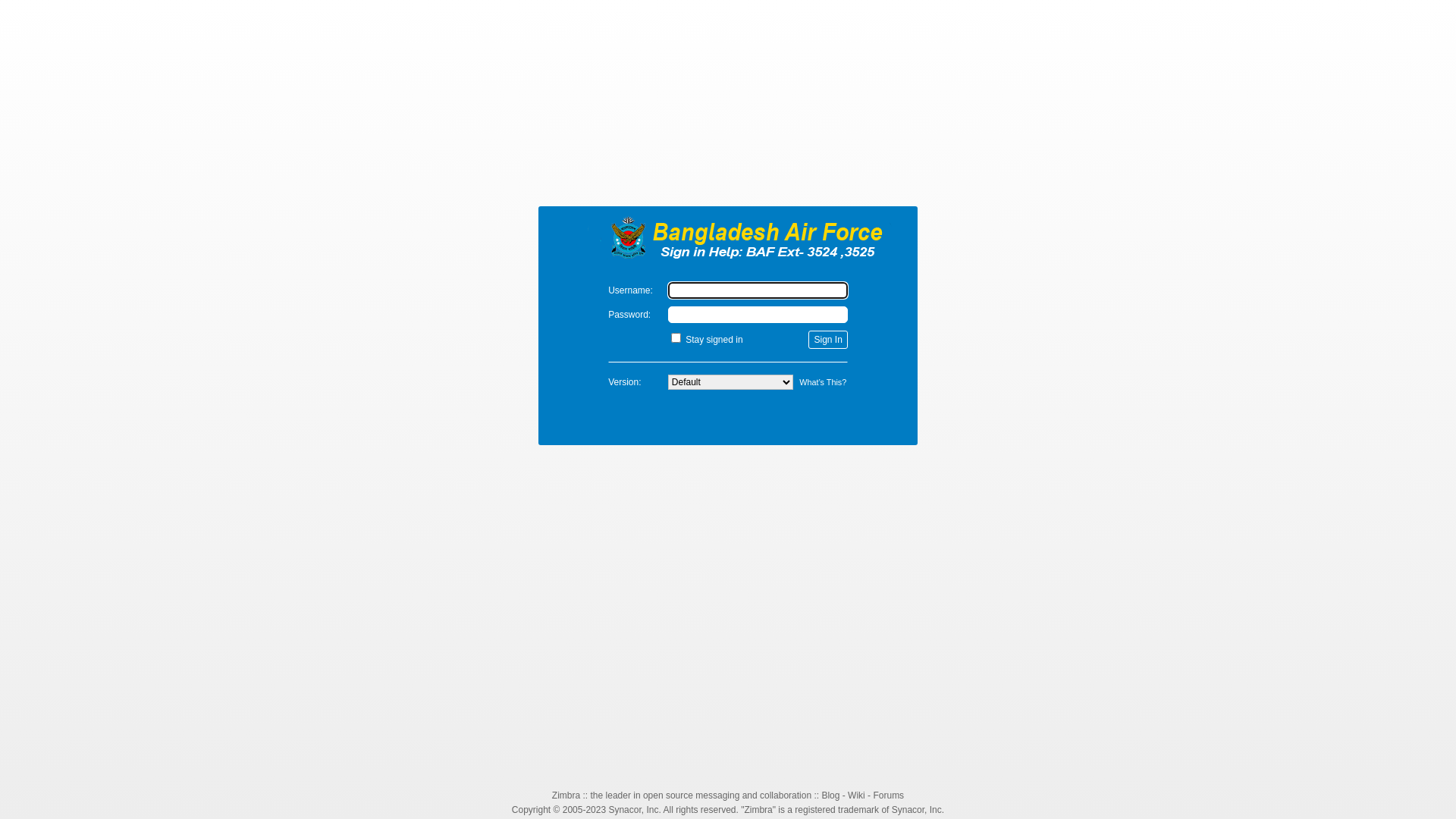 The height and width of the screenshot is (819, 1456). What do you see at coordinates (728, 237) in the screenshot?
I see `'Zimbra'` at bounding box center [728, 237].